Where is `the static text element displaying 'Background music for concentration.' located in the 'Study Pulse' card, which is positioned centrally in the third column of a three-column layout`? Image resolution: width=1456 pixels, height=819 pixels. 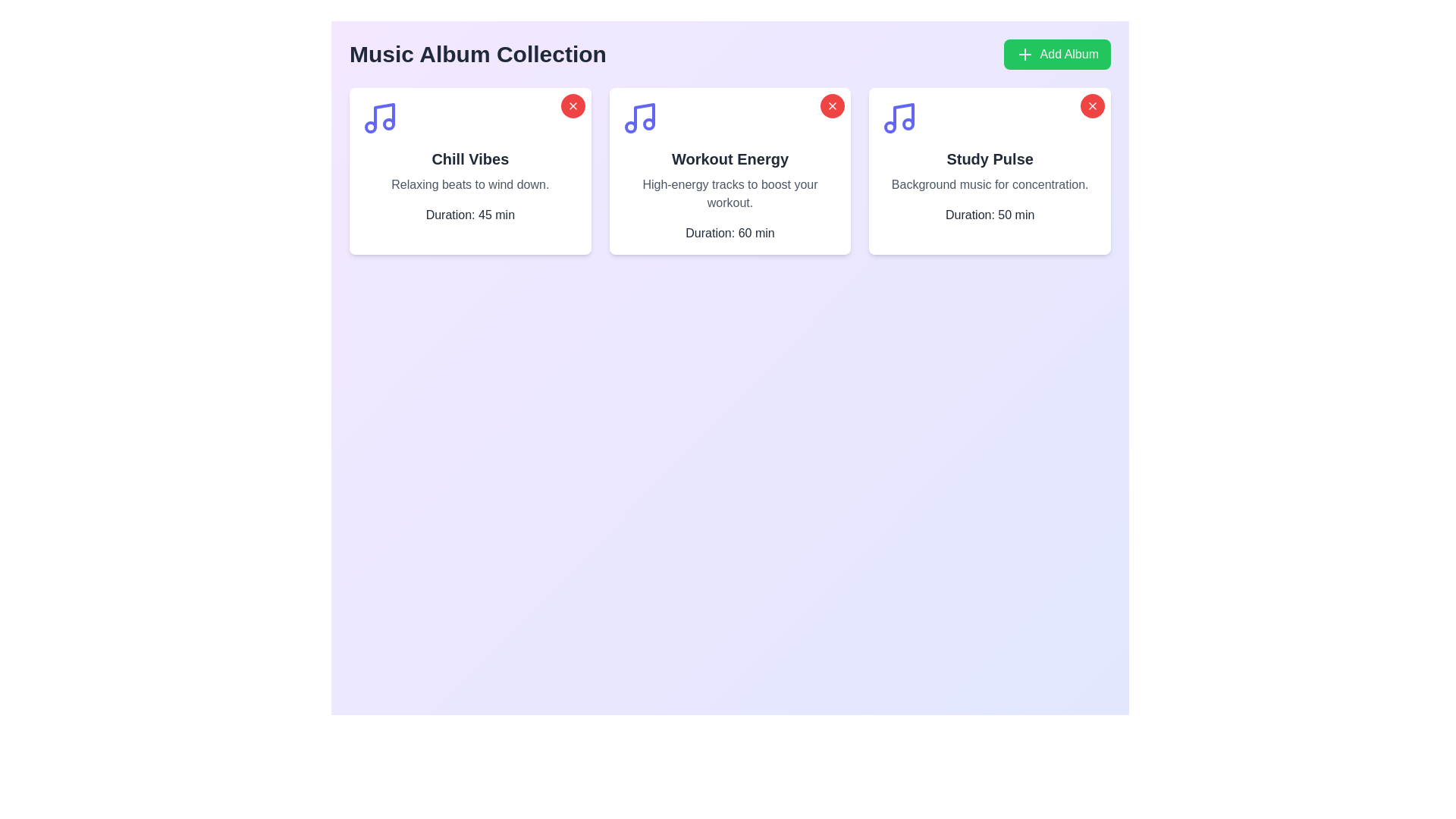 the static text element displaying 'Background music for concentration.' located in the 'Study Pulse' card, which is positioned centrally in the third column of a three-column layout is located at coordinates (990, 184).